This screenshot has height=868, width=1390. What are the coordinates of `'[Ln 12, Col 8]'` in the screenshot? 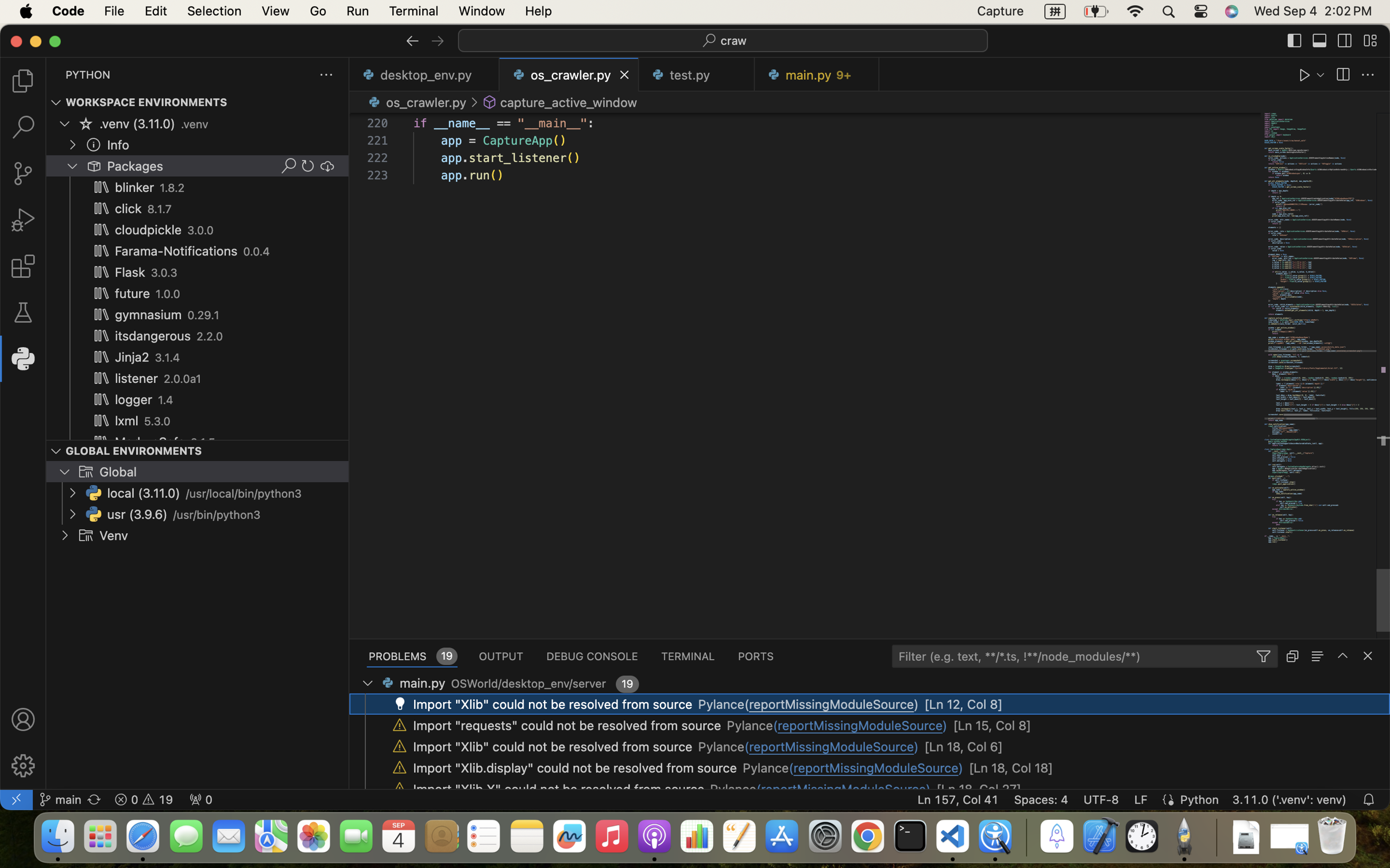 It's located at (963, 704).